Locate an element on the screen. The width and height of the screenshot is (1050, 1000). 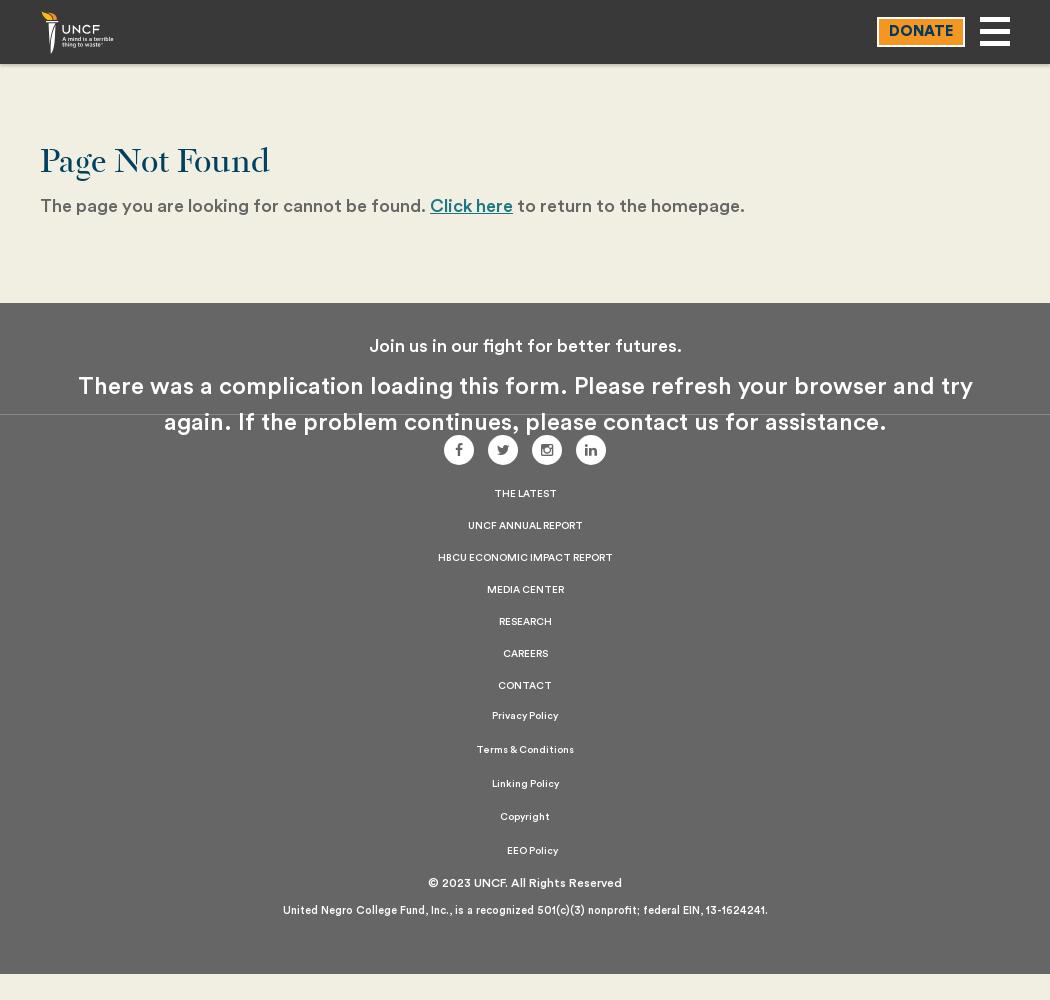
'HBCU Economic Impact Report' is located at coordinates (523, 558).